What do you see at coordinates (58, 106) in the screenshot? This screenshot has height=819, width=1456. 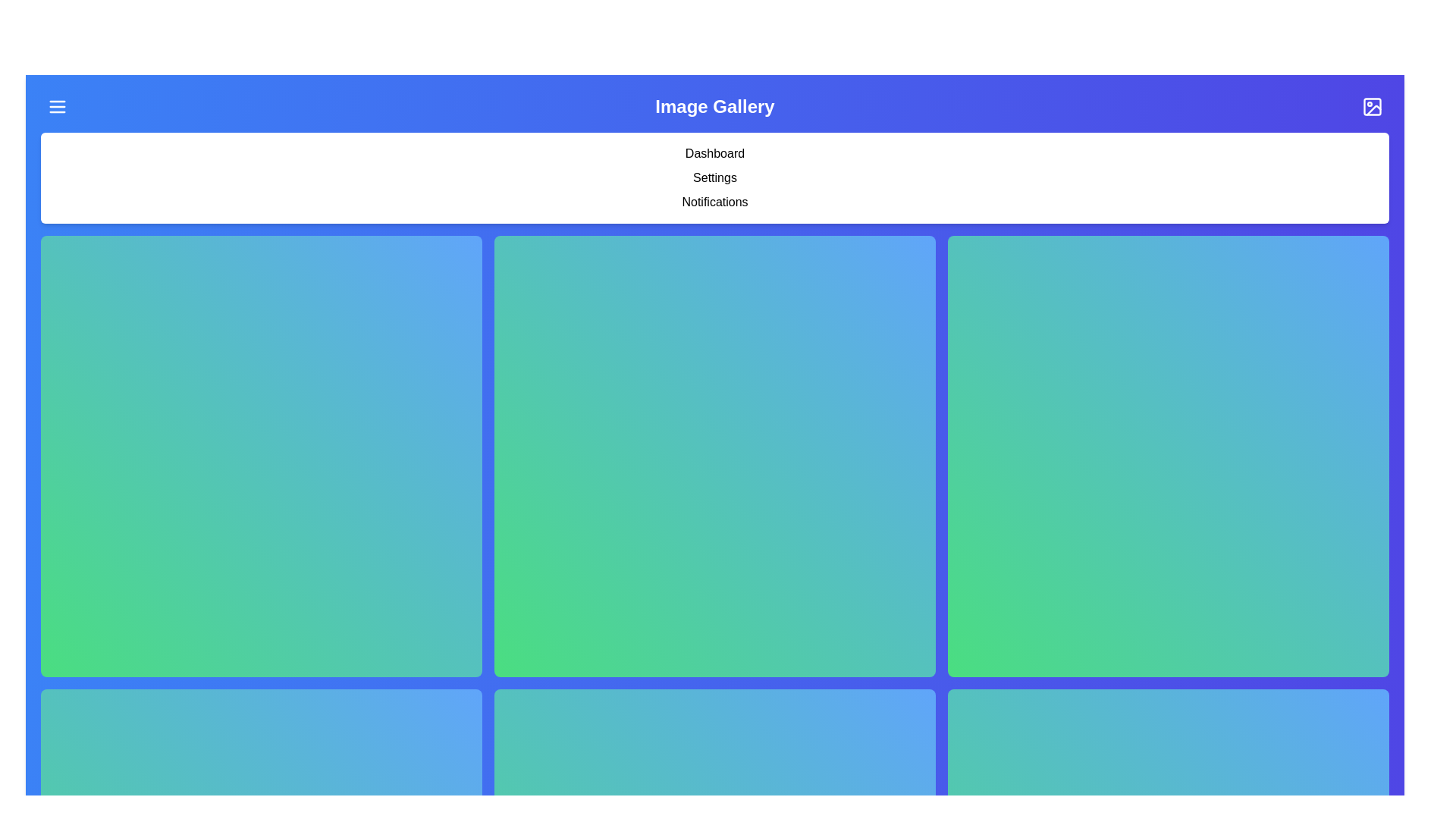 I see `the menu button to toggle the navigation menu` at bounding box center [58, 106].